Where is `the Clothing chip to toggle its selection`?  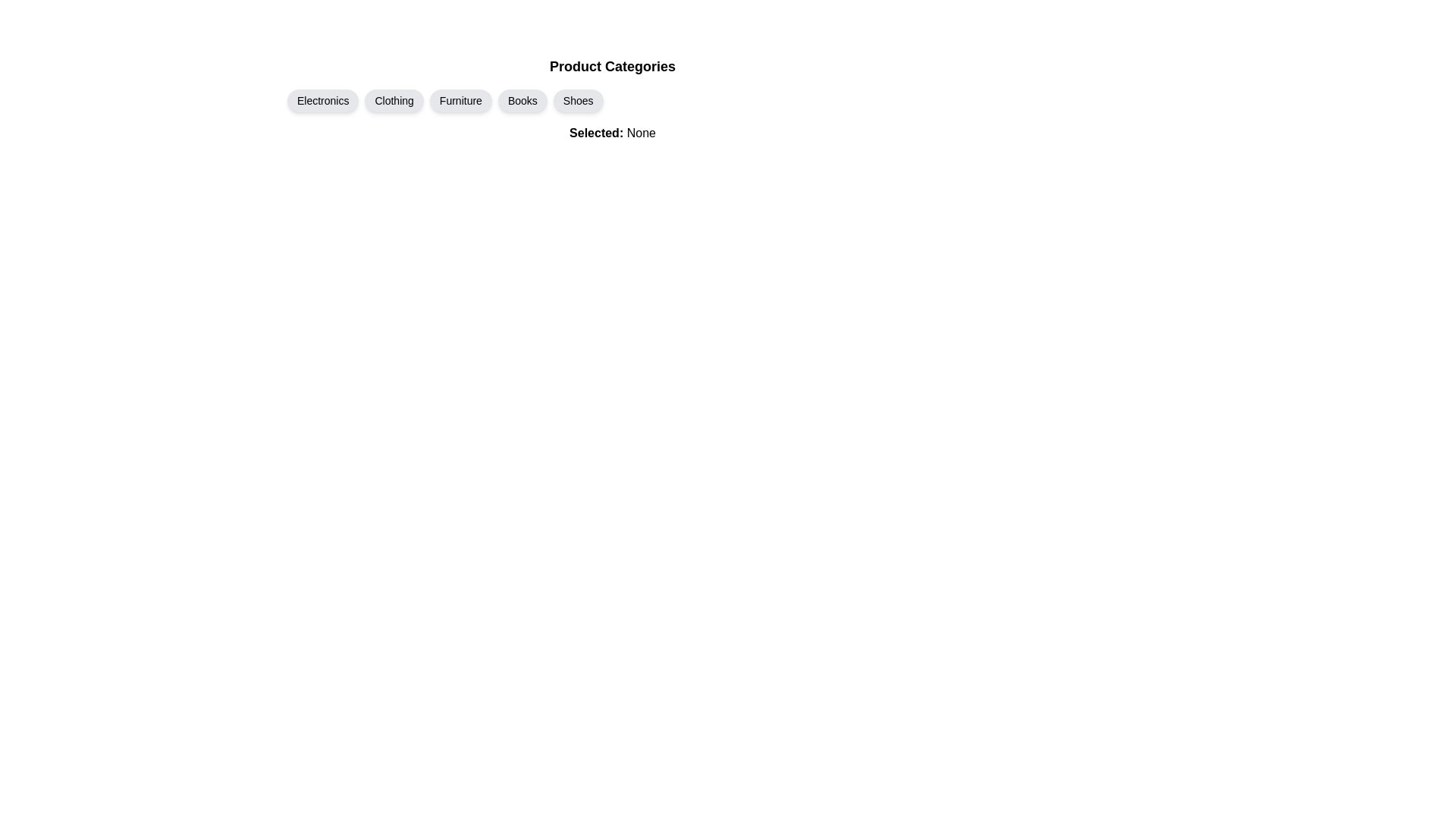
the Clothing chip to toggle its selection is located at coordinates (394, 100).